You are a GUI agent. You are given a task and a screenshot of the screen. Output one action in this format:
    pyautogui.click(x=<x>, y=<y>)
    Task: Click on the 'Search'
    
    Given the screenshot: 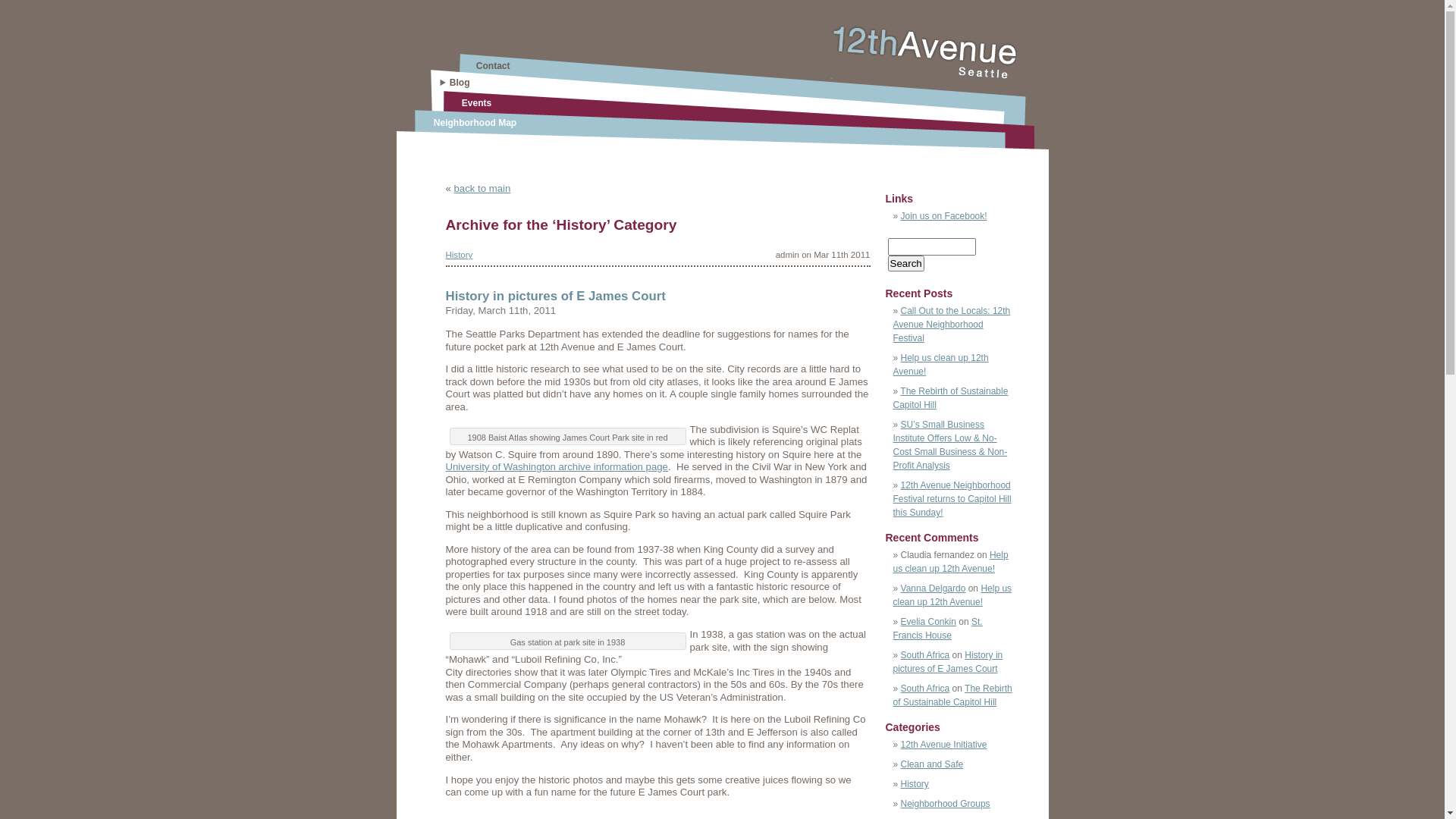 What is the action you would take?
    pyautogui.click(x=887, y=262)
    